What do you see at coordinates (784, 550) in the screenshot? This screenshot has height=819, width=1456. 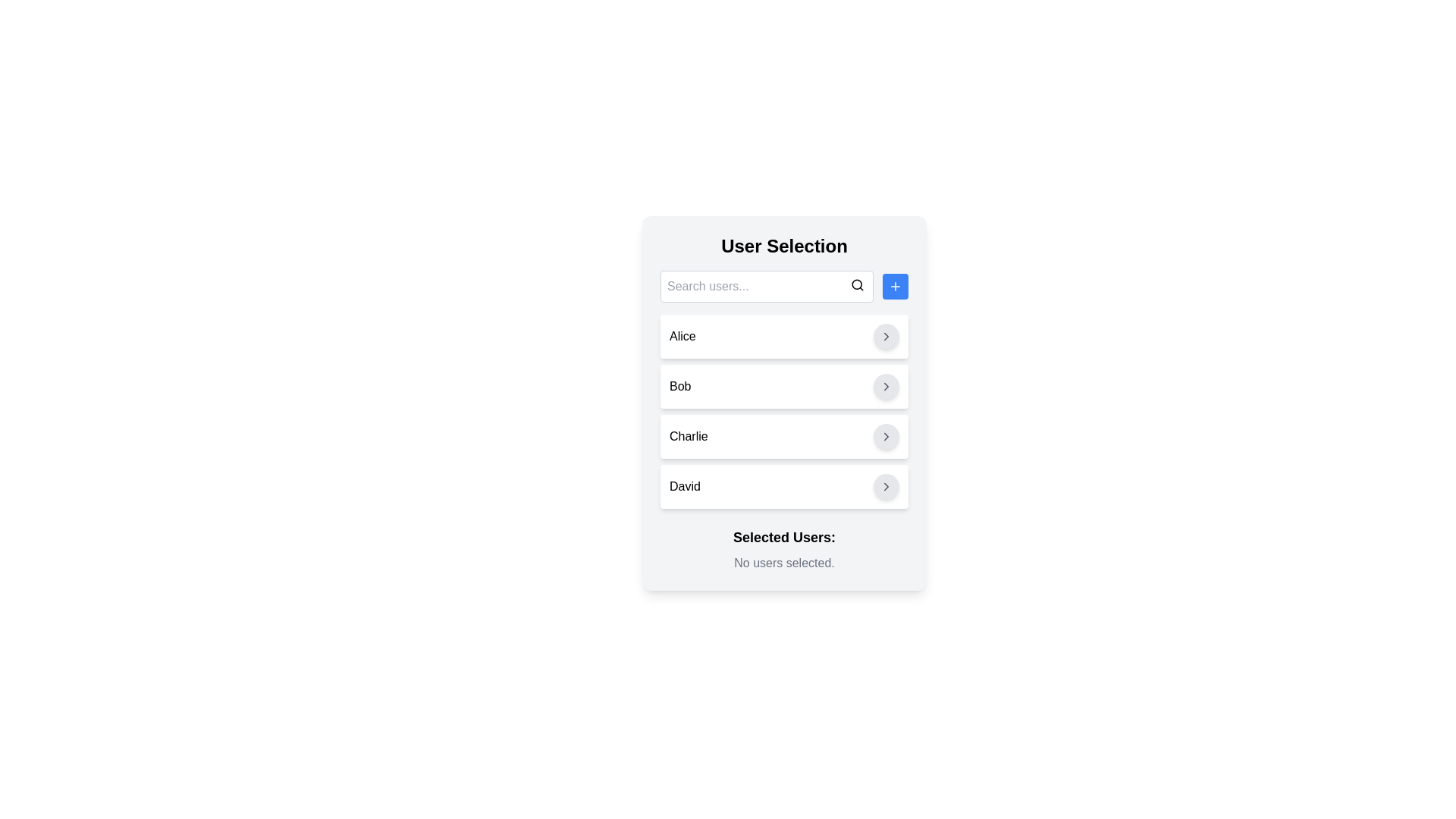 I see `the Information display area that shows 'Selected Users:' with the text 'No users selected.' below it, located at the bottom of the 'User Selection' panel` at bounding box center [784, 550].